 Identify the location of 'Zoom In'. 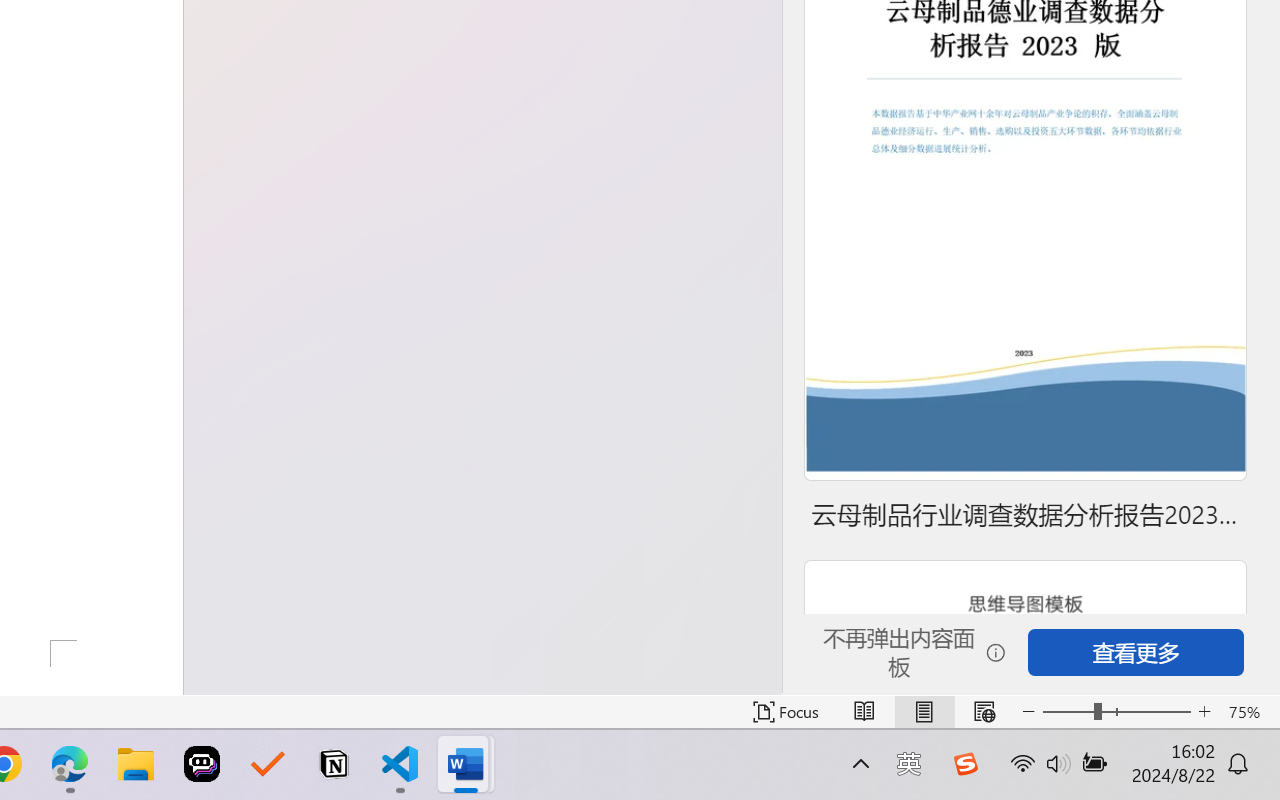
(1204, 711).